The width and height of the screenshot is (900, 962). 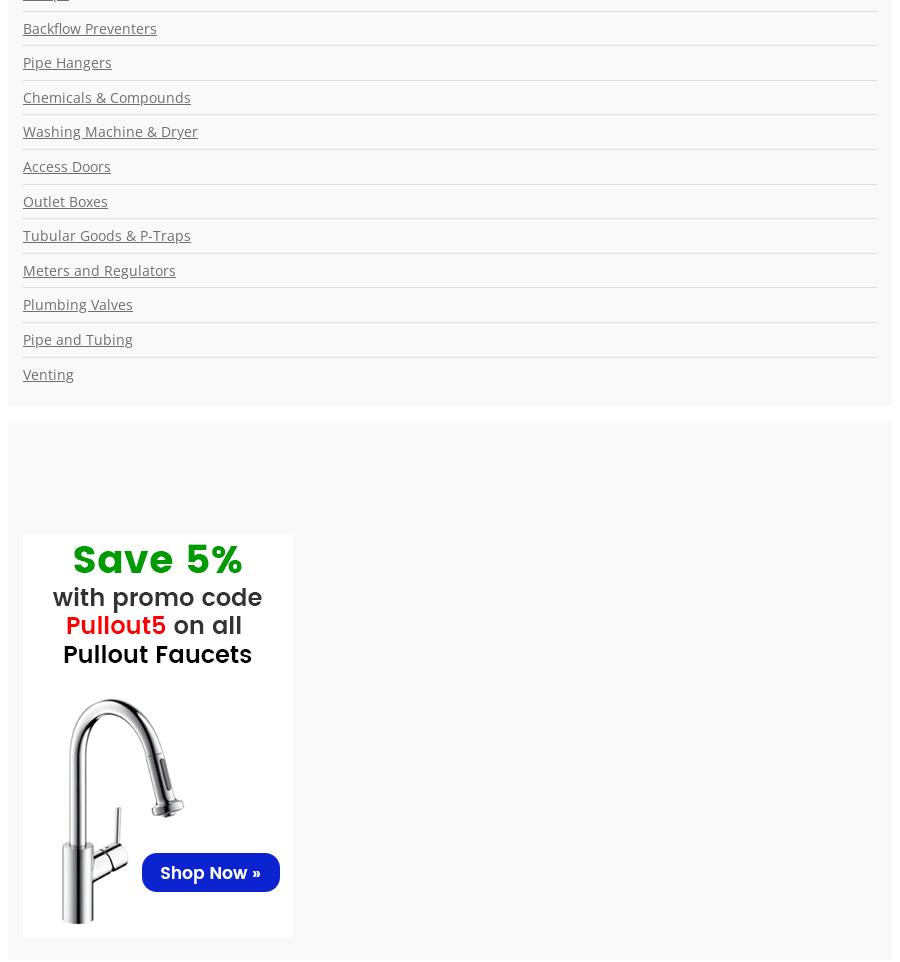 I want to click on 'Chemicals & Compounds', so click(x=106, y=96).